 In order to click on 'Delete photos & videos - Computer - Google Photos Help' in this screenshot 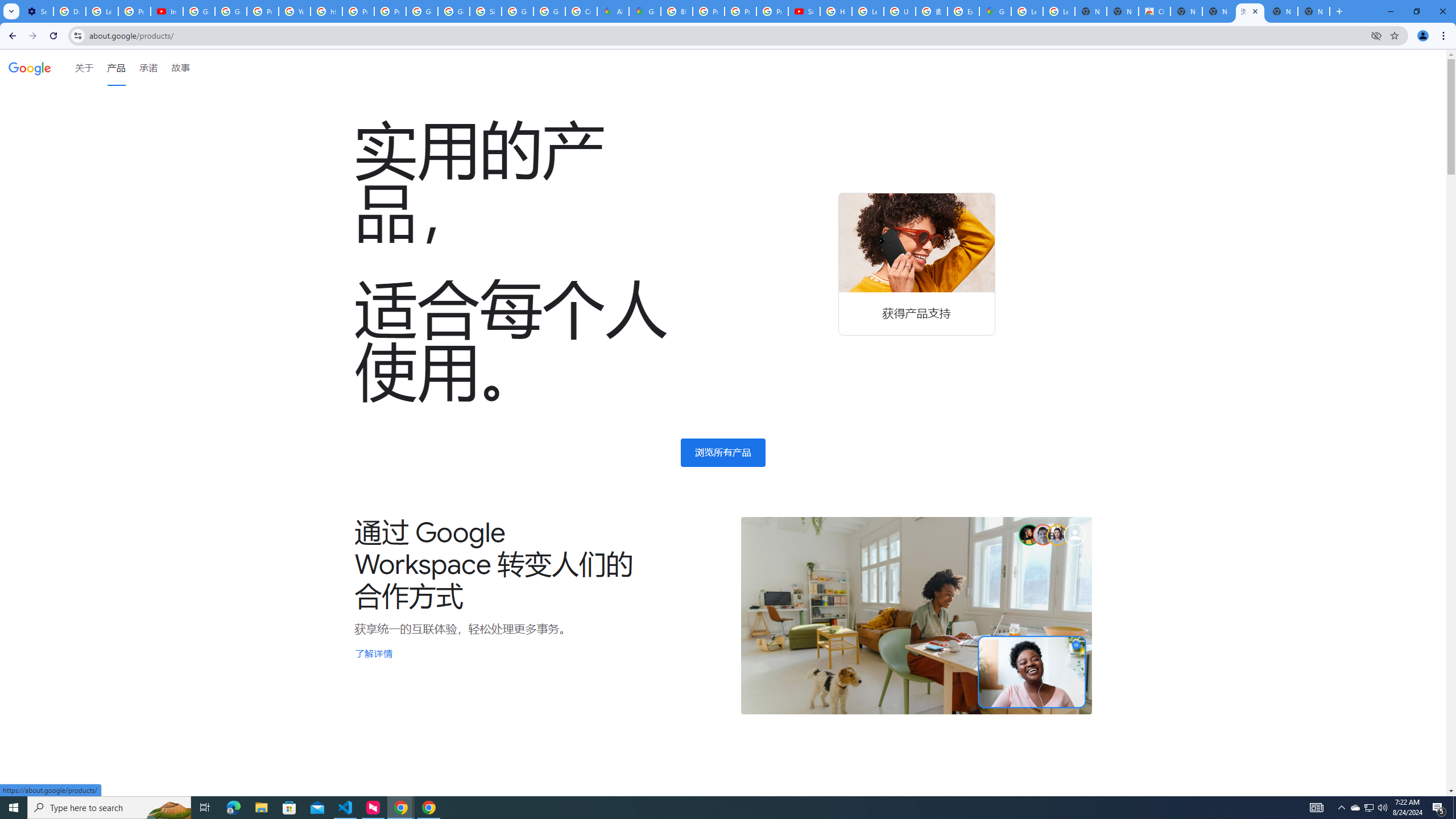, I will do `click(69, 11)`.